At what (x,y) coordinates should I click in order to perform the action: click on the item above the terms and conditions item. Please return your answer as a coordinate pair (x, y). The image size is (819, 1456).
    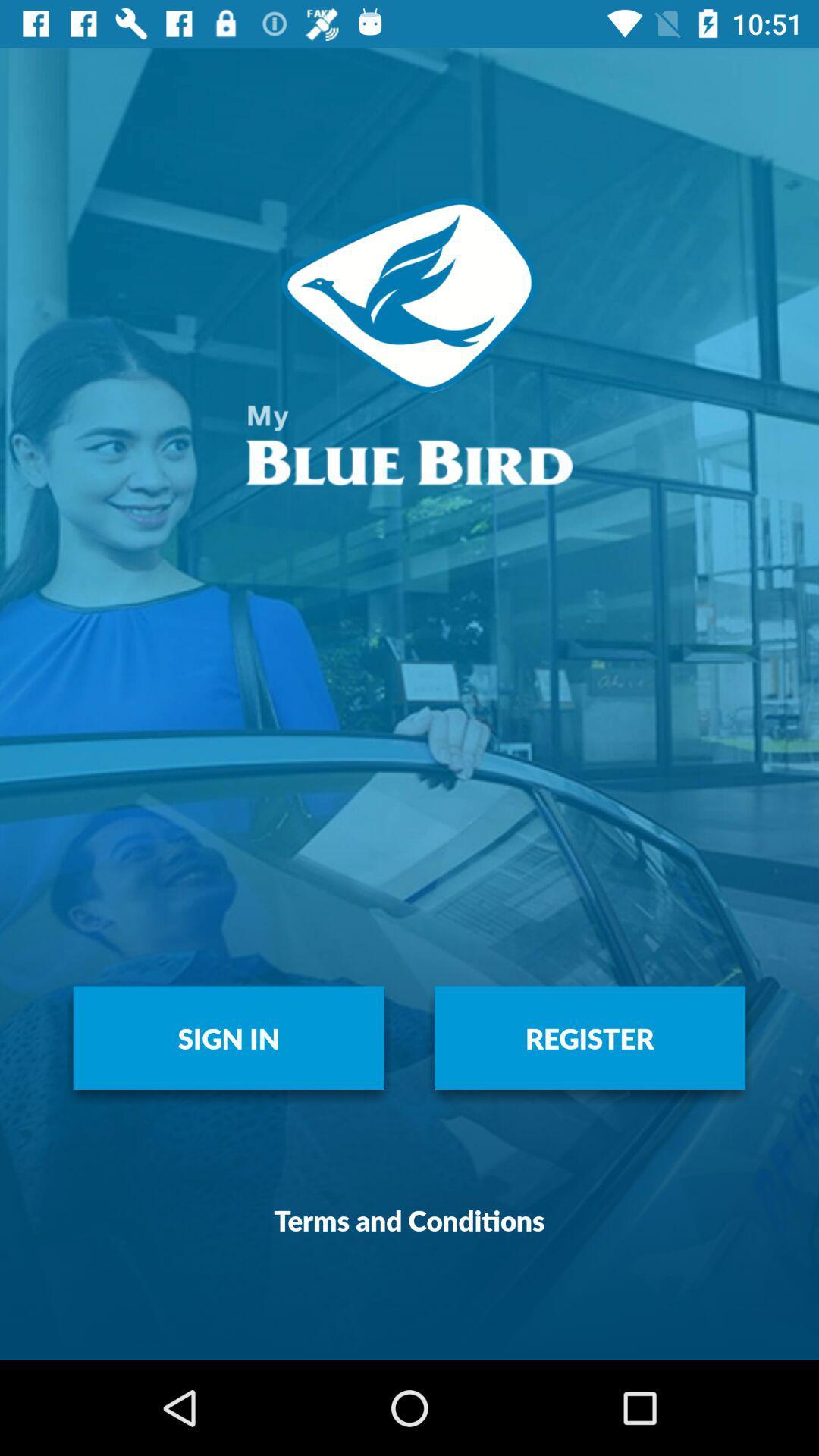
    Looking at the image, I should click on (228, 1037).